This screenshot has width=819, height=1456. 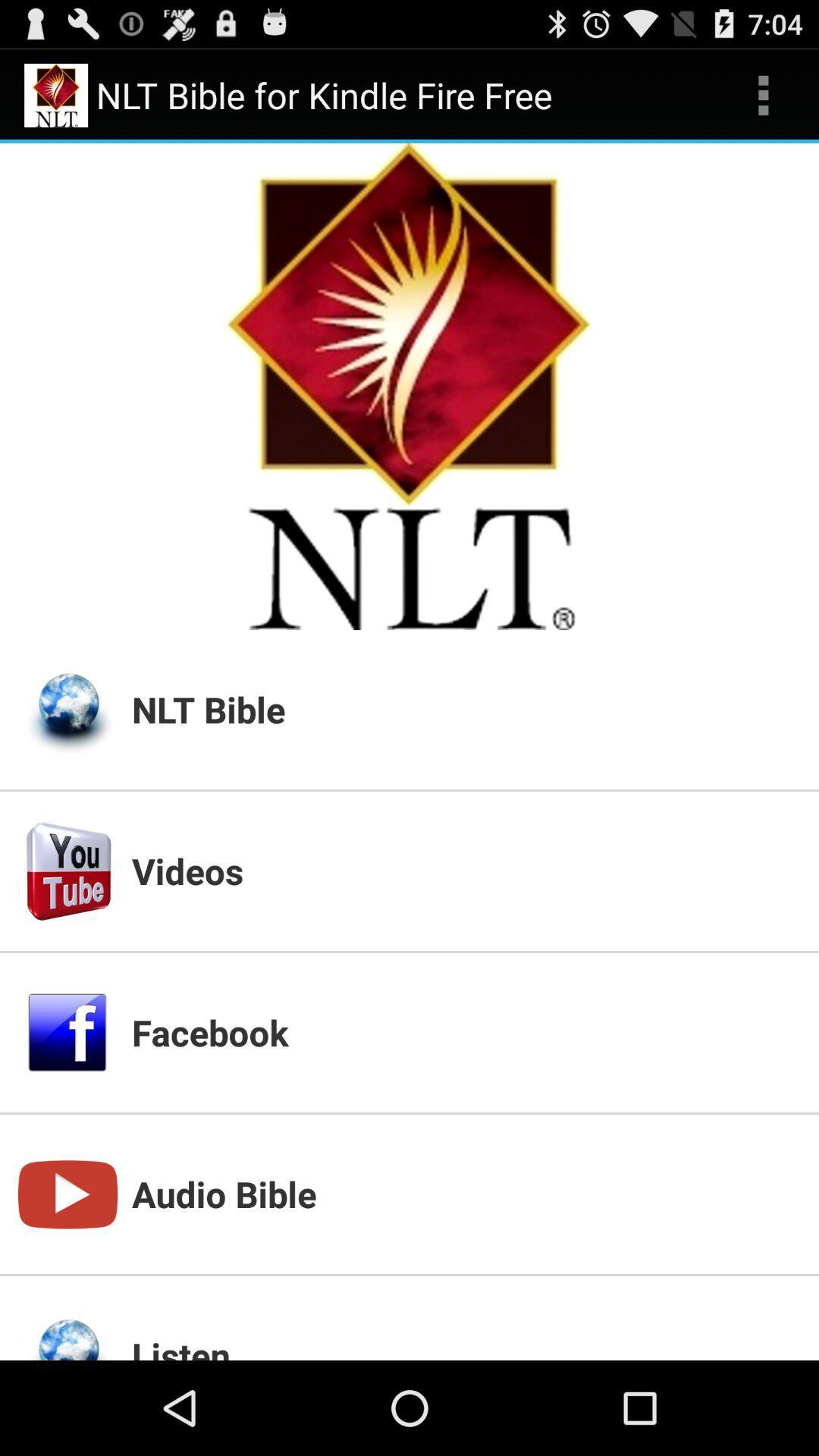 What do you see at coordinates (465, 1345) in the screenshot?
I see `listen icon` at bounding box center [465, 1345].